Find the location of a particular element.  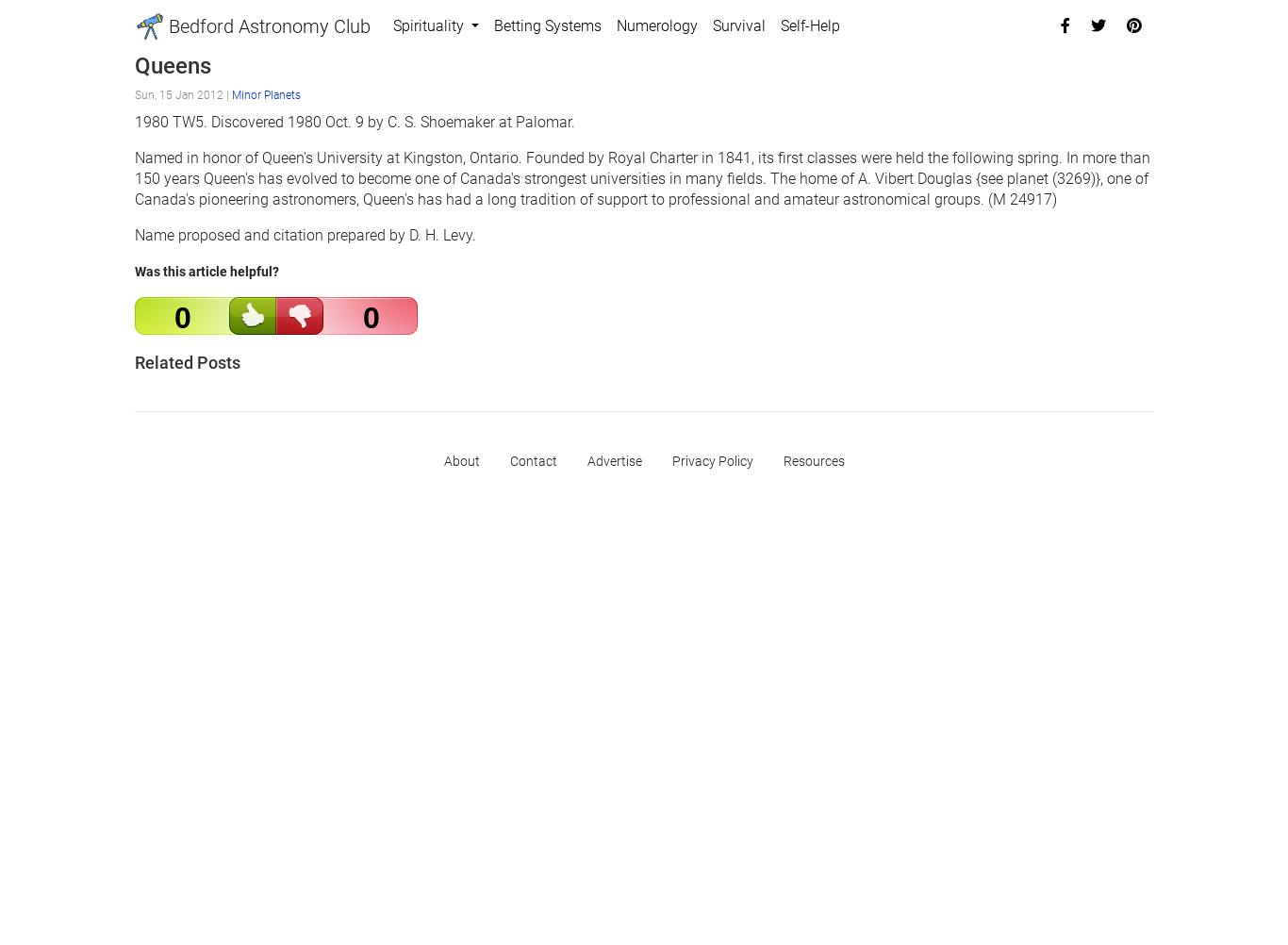

'Survival' is located at coordinates (712, 25).